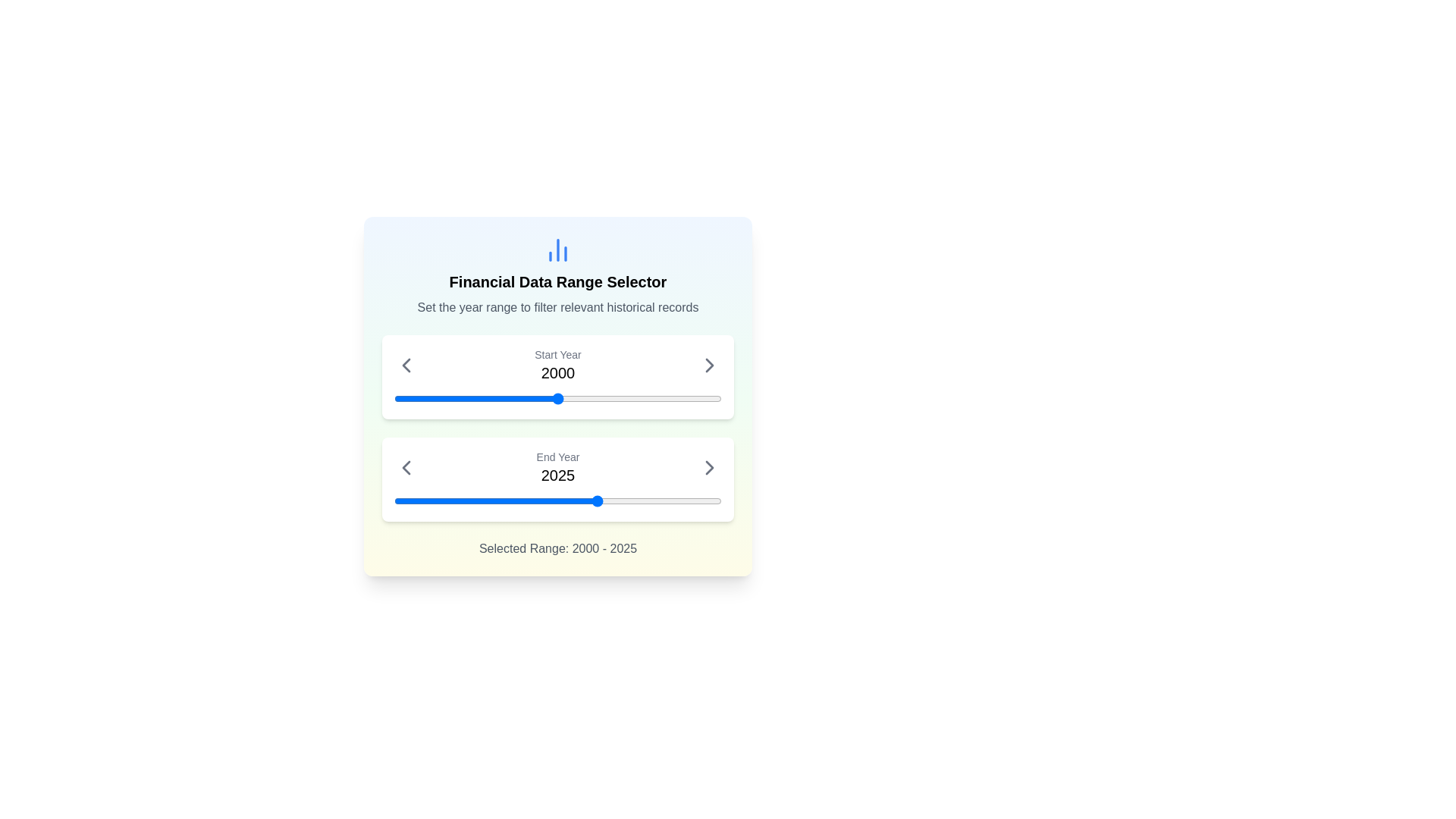 The height and width of the screenshot is (819, 1456). What do you see at coordinates (593, 397) in the screenshot?
I see `the start year of the range` at bounding box center [593, 397].